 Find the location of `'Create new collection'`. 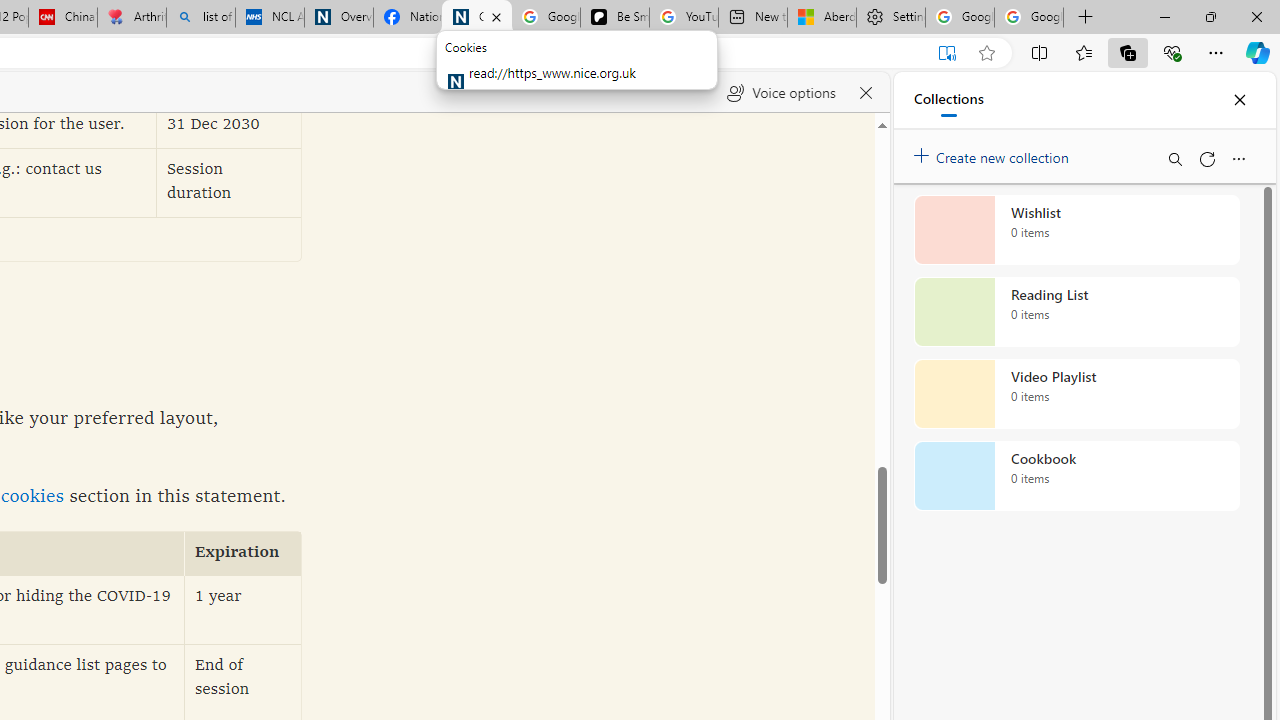

'Create new collection' is located at coordinates (995, 152).